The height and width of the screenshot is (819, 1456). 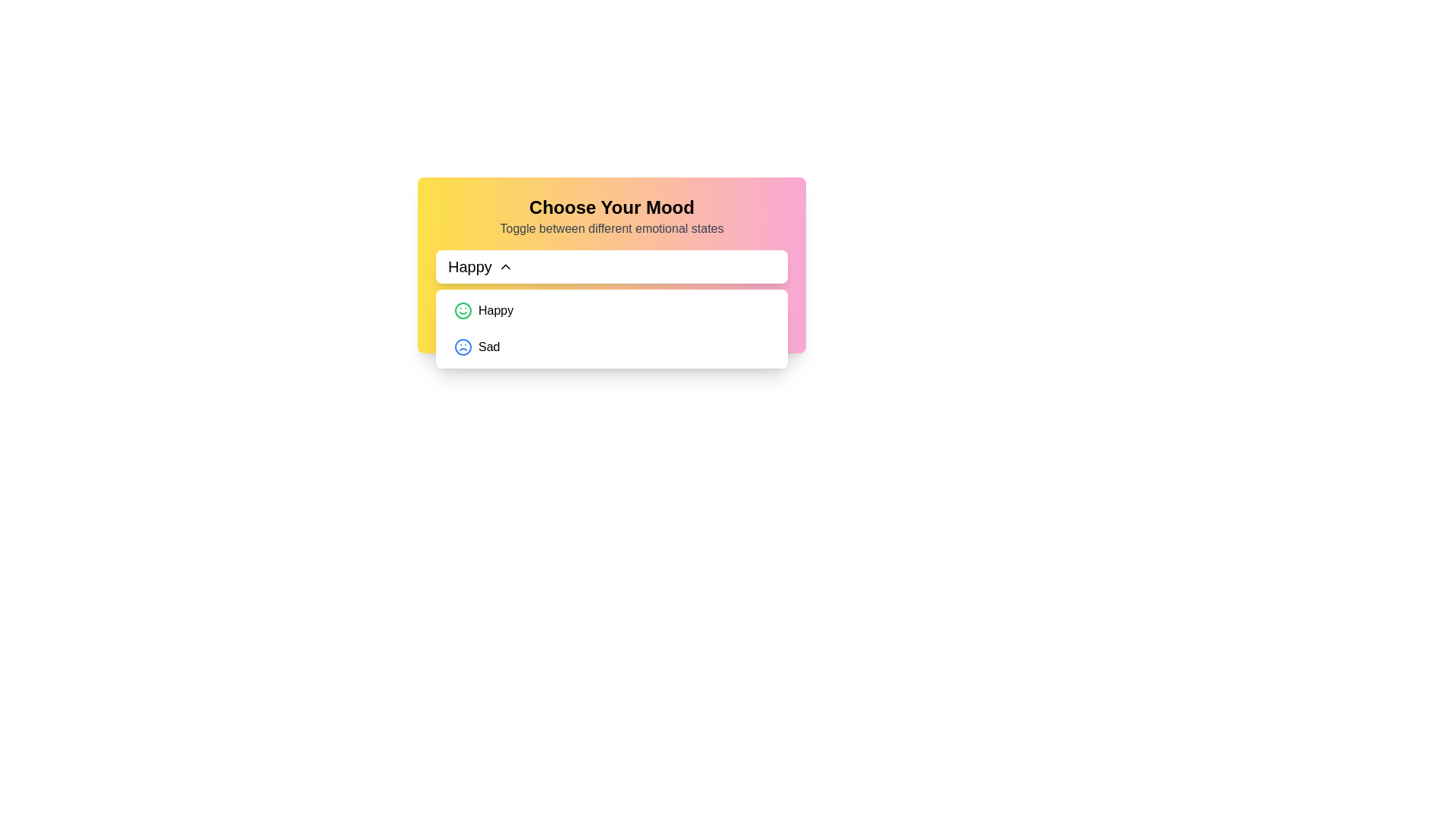 What do you see at coordinates (611, 347) in the screenshot?
I see `the 'Sad' option in the mood selection dropdown menu to trigger the visual hover effect` at bounding box center [611, 347].